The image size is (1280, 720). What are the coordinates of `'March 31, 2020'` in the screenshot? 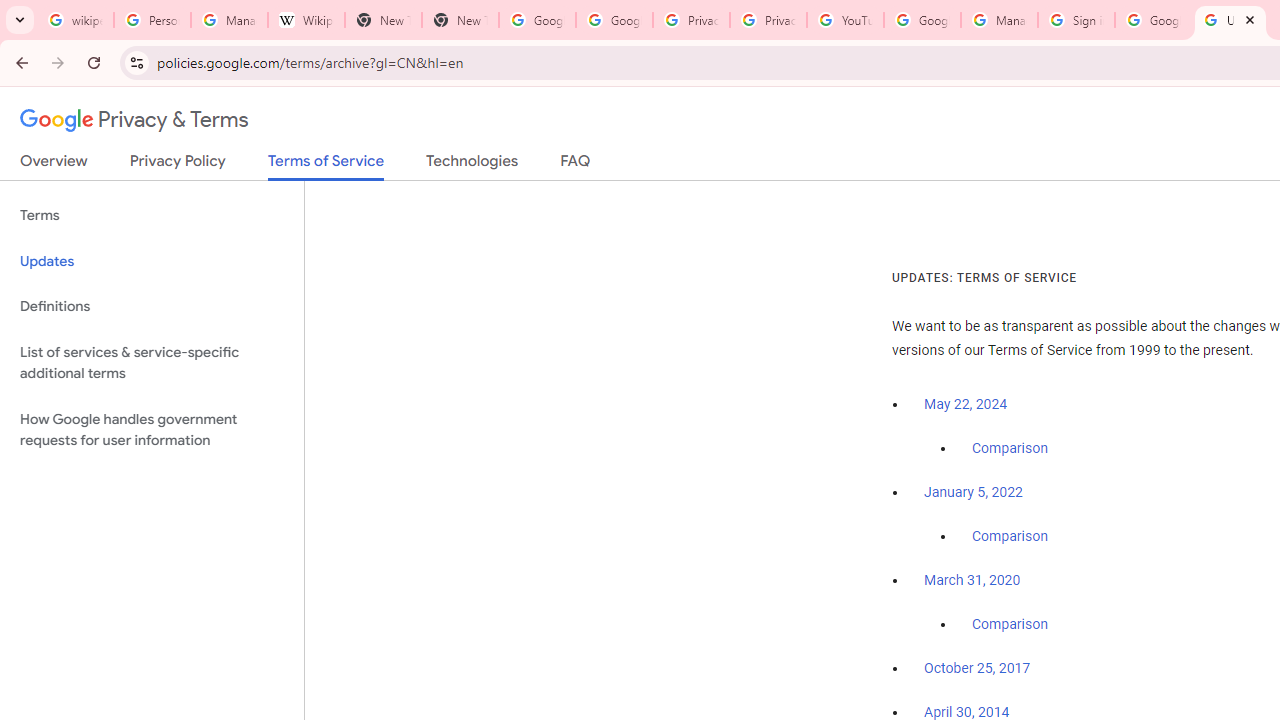 It's located at (972, 580).